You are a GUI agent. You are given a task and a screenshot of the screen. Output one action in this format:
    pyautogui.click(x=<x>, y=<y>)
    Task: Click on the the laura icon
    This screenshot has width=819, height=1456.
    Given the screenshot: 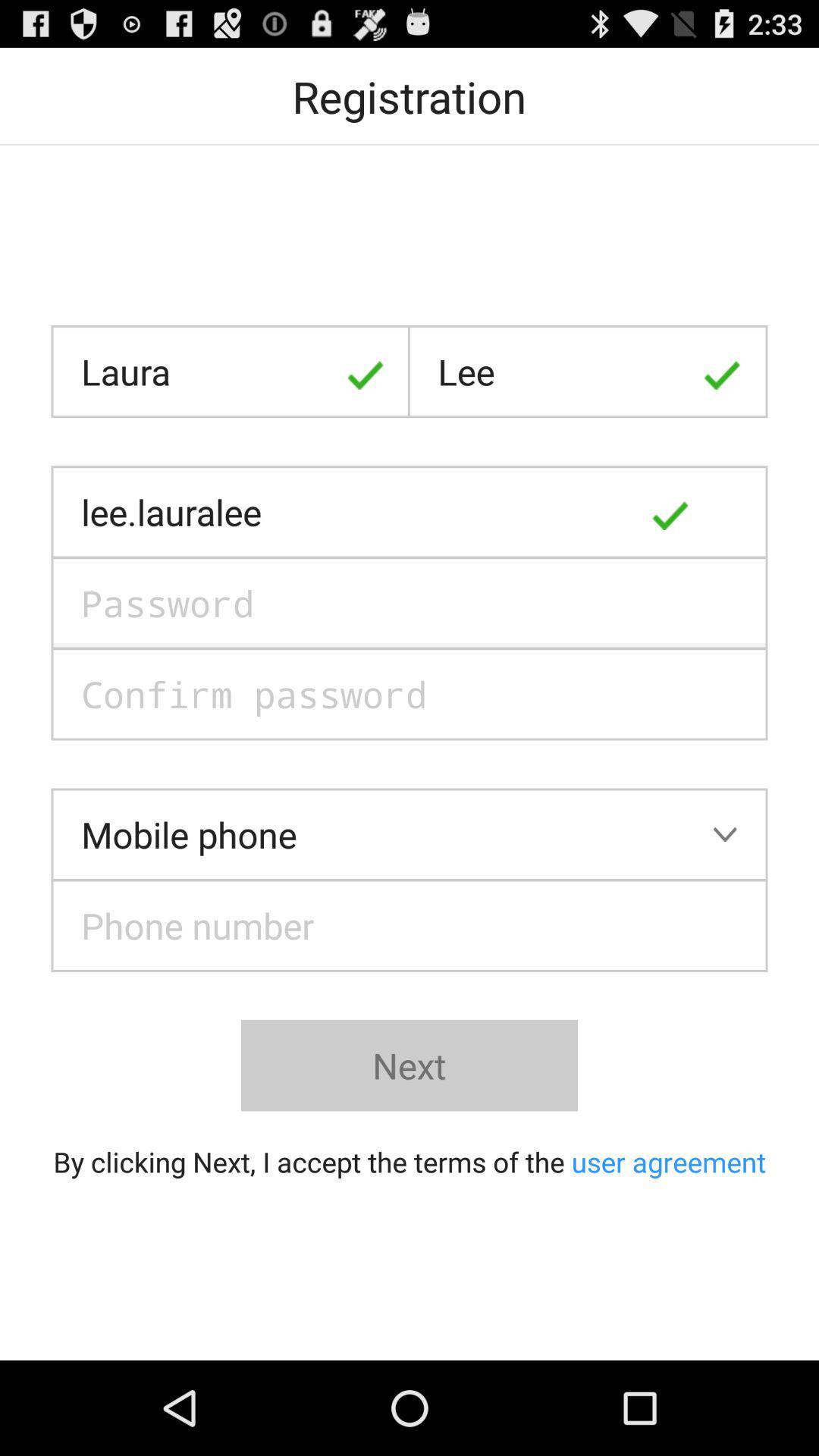 What is the action you would take?
    pyautogui.click(x=231, y=372)
    